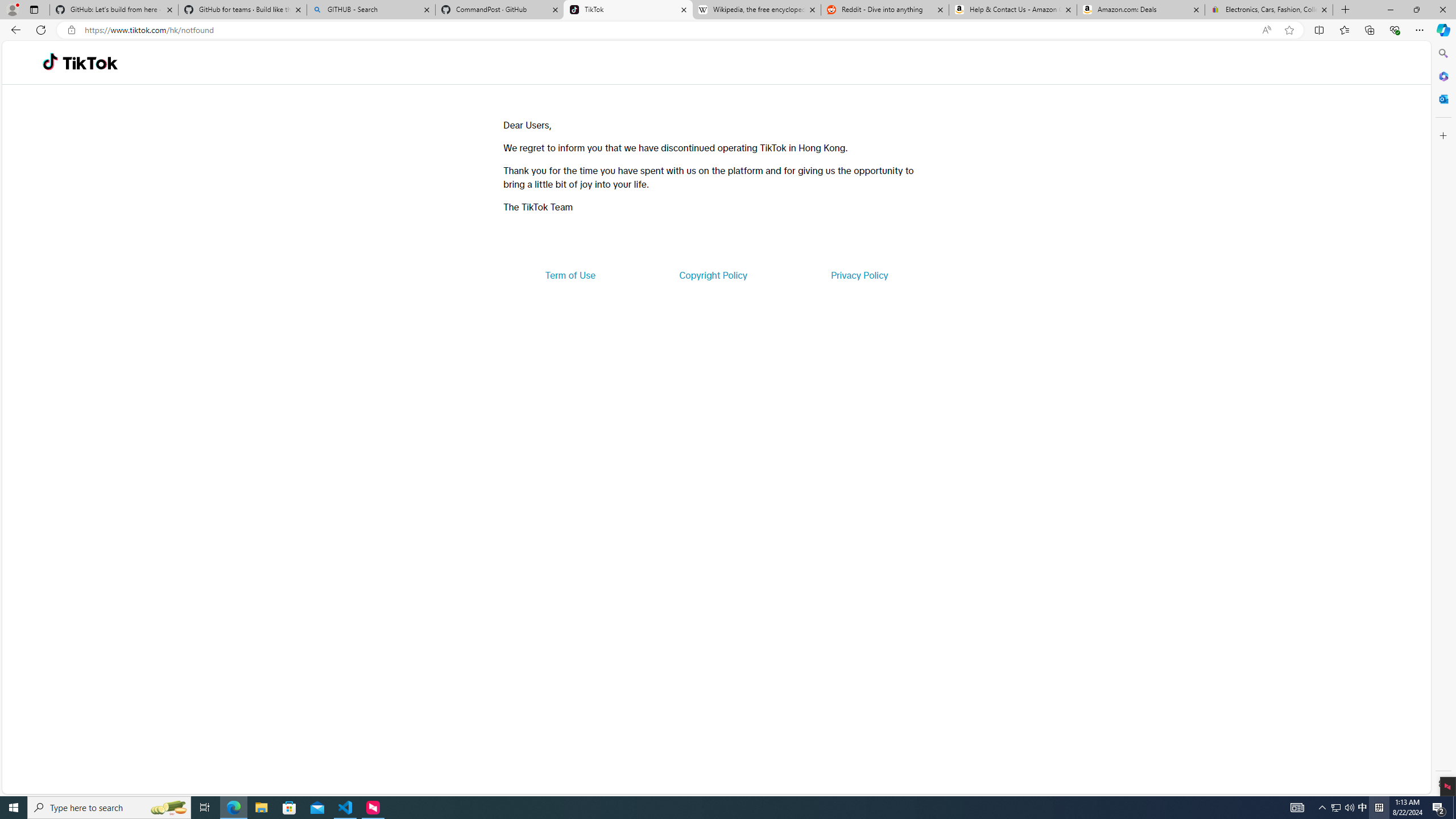  Describe the element at coordinates (858, 274) in the screenshot. I see `'Privacy Policy'` at that location.